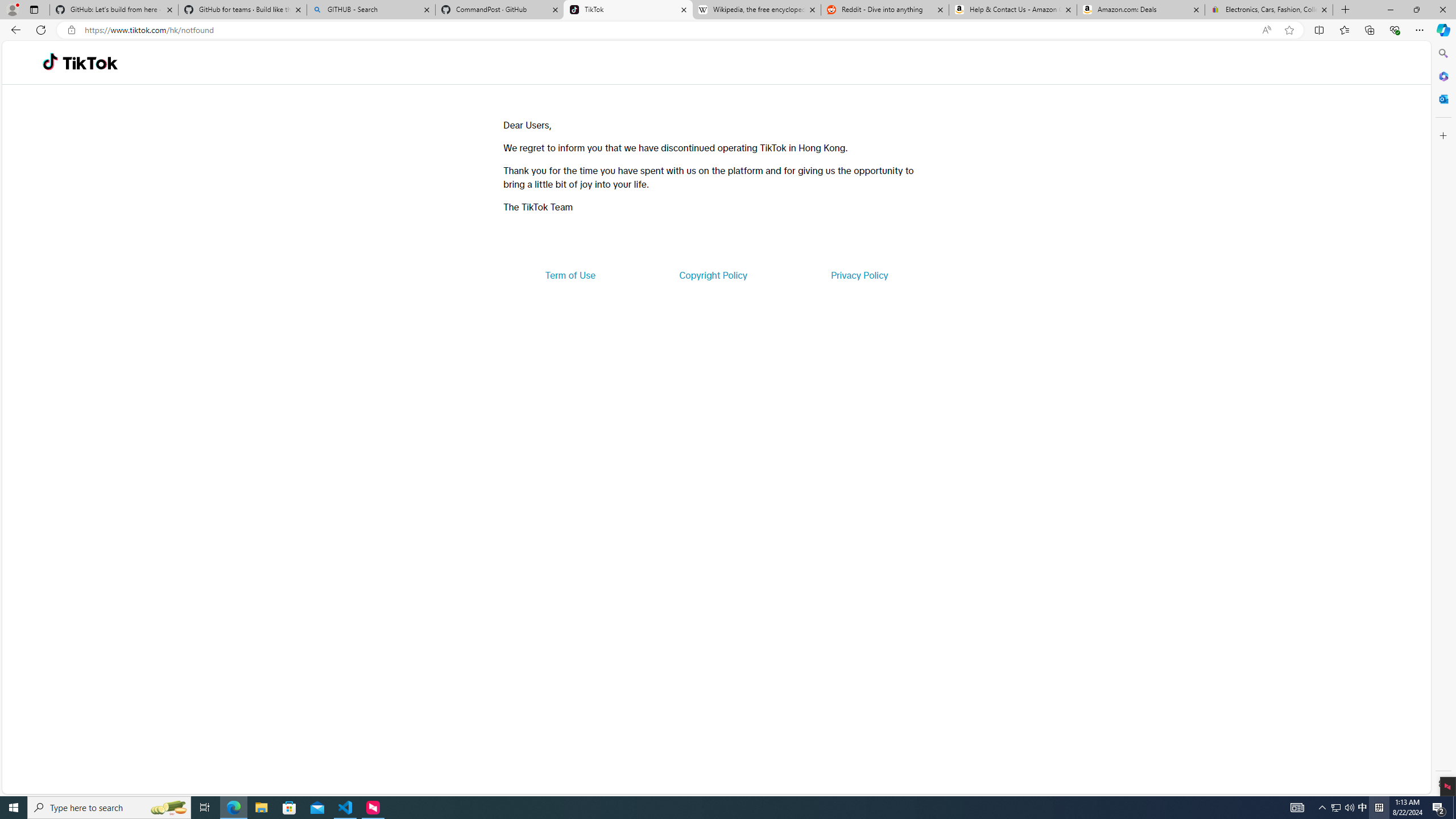  Describe the element at coordinates (858, 274) in the screenshot. I see `'Privacy Policy'` at that location.